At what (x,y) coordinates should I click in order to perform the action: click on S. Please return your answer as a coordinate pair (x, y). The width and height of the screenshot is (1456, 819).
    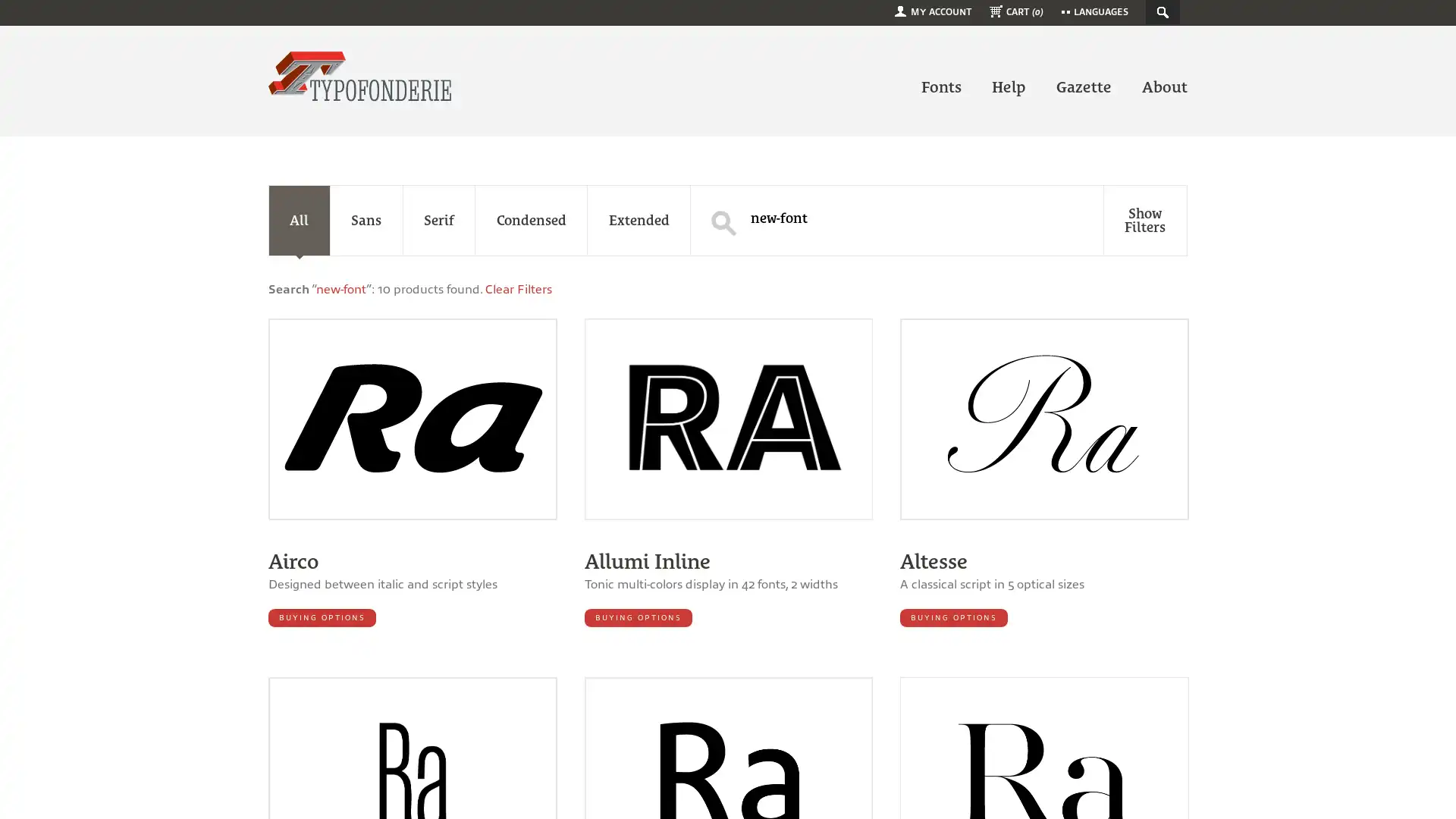
    Looking at the image, I should click on (722, 222).